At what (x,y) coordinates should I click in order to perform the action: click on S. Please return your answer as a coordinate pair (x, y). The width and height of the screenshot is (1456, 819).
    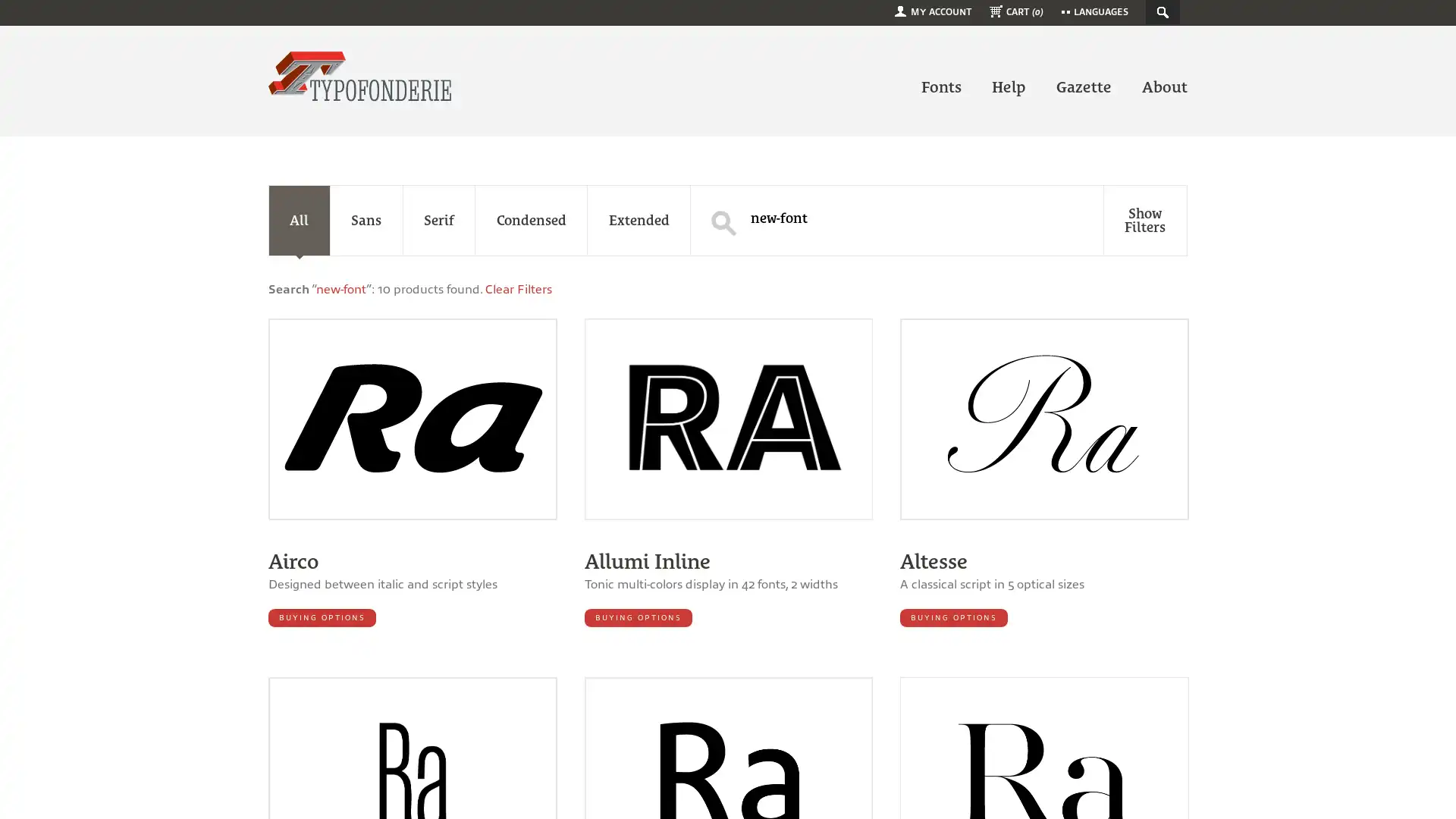
    Looking at the image, I should click on (722, 222).